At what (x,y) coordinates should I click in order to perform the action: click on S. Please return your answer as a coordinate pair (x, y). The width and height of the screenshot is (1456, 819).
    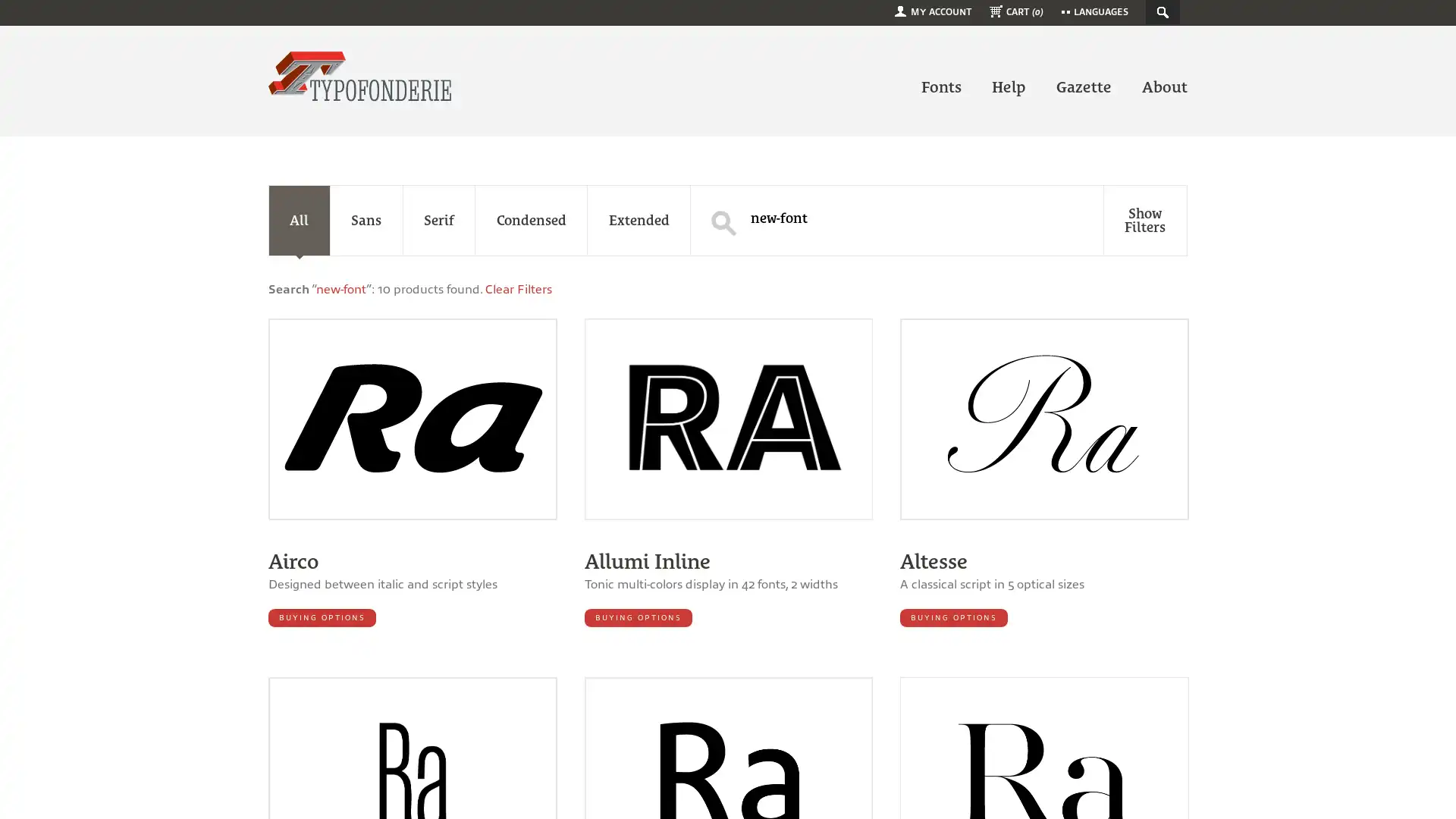
    Looking at the image, I should click on (722, 222).